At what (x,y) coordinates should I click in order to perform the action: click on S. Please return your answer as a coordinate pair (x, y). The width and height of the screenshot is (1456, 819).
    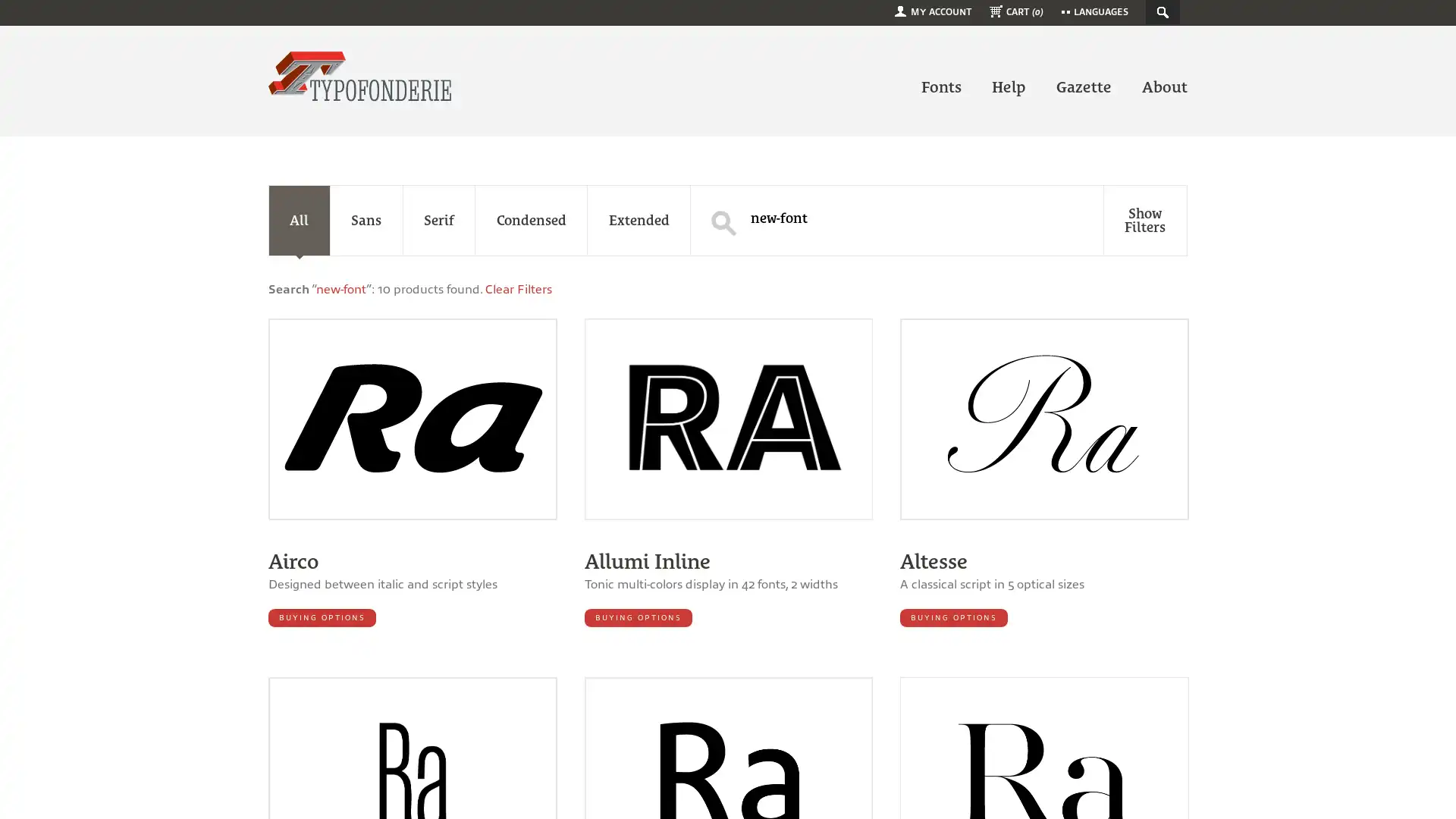
    Looking at the image, I should click on (722, 222).